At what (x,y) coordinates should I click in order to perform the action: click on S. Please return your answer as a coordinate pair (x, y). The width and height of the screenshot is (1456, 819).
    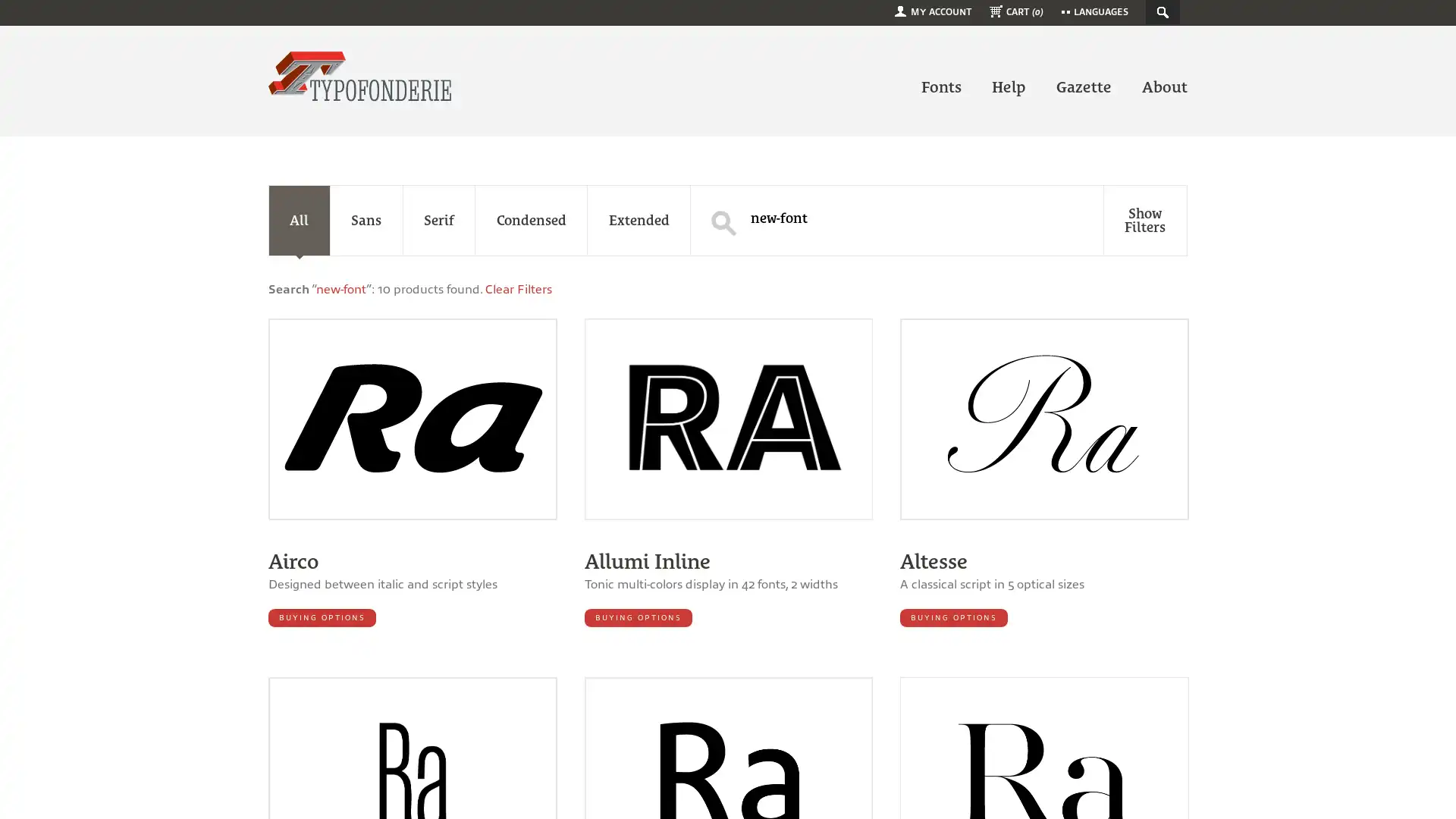
    Looking at the image, I should click on (722, 222).